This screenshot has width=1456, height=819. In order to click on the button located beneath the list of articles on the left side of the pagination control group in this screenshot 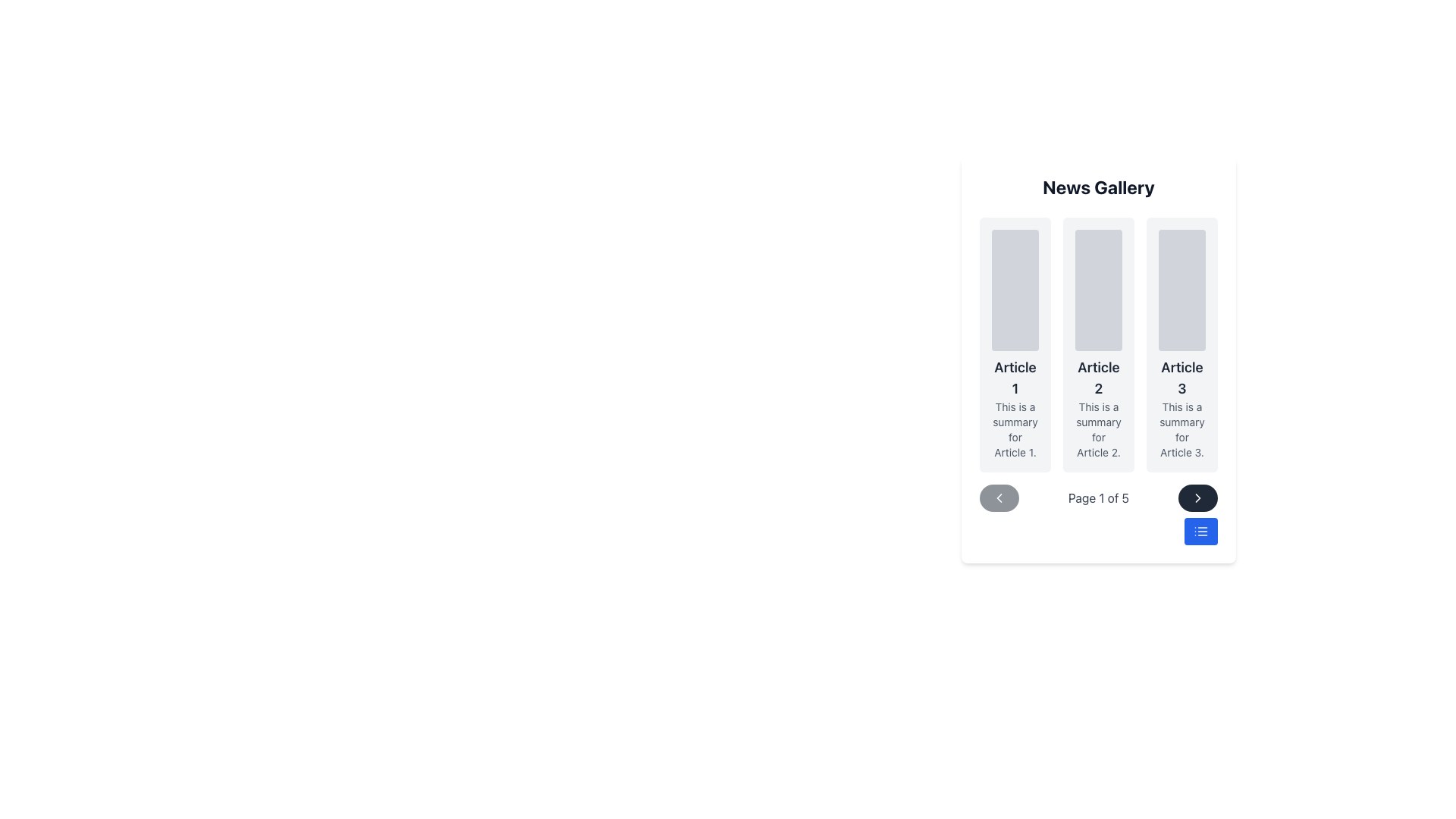, I will do `click(999, 497)`.